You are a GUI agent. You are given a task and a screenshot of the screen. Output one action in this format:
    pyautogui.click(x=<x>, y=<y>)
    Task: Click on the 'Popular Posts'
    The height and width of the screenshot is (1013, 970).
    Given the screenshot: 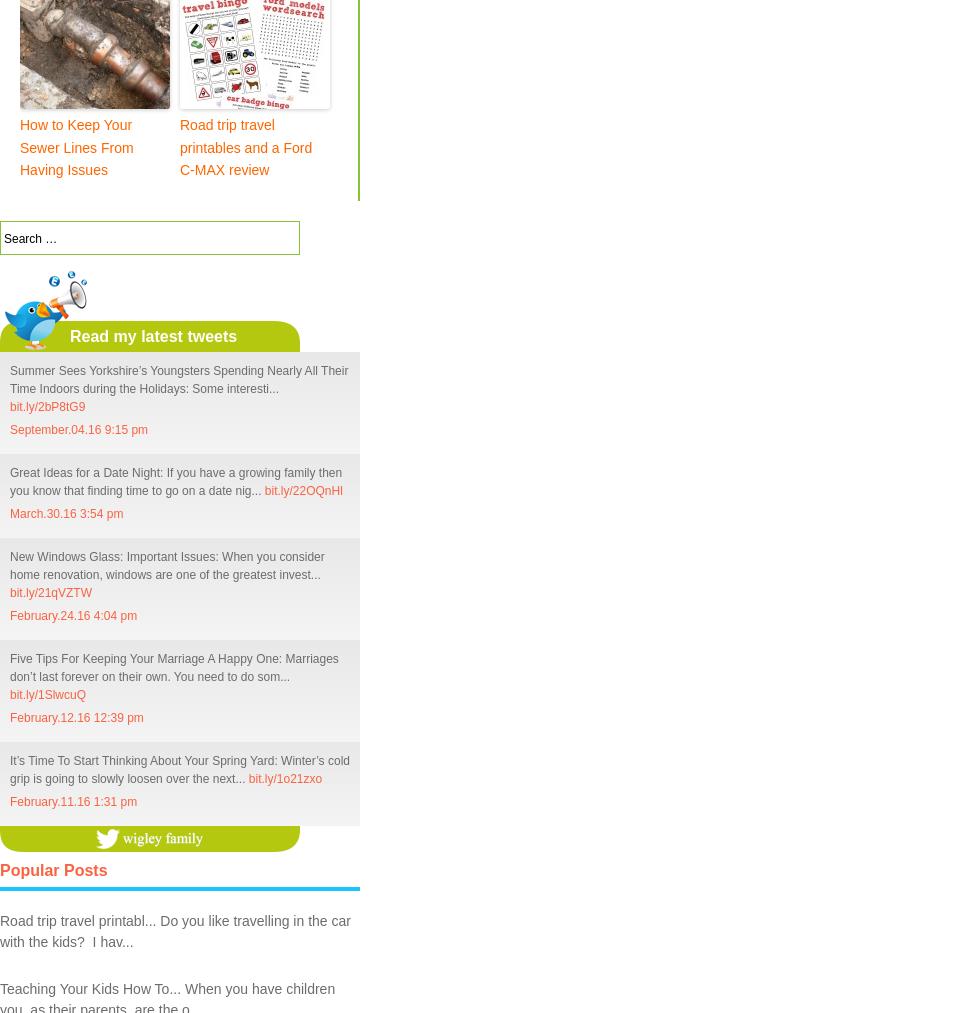 What is the action you would take?
    pyautogui.click(x=0, y=868)
    